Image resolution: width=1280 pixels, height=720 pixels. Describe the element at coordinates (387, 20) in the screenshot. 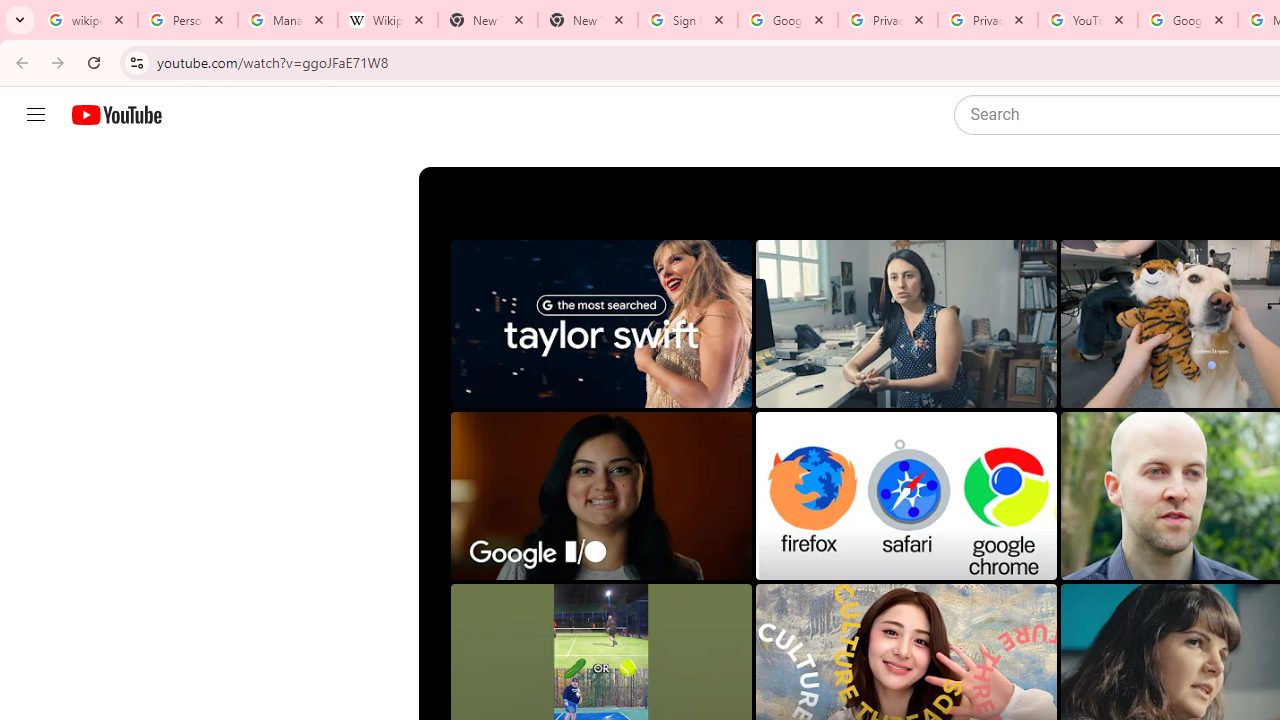

I see `'Wikipedia:Edit requests - Wikipedia'` at that location.